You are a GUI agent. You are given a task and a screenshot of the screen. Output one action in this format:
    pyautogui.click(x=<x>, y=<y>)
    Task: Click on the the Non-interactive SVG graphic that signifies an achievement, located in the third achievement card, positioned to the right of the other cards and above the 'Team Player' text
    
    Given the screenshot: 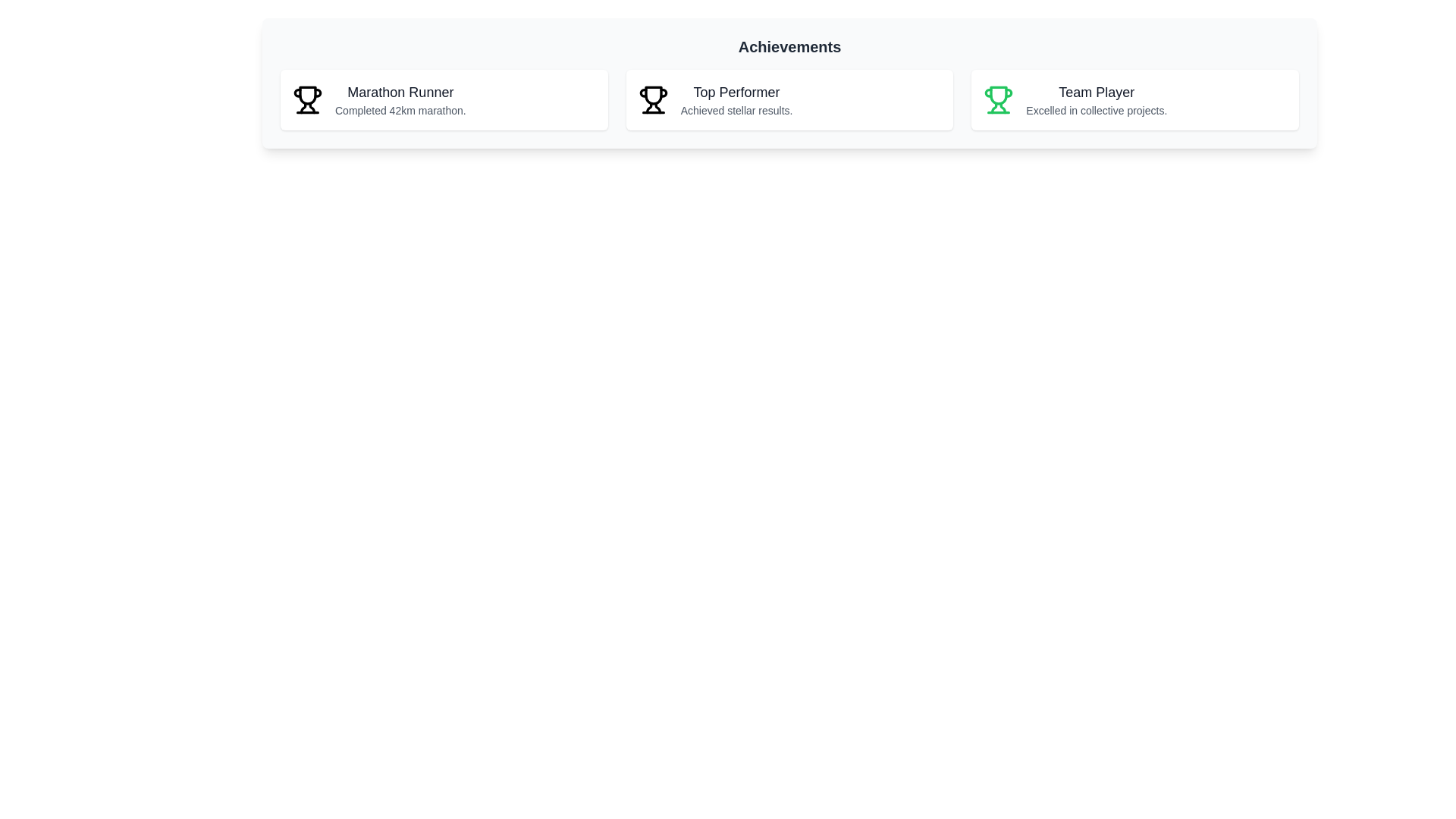 What is the action you would take?
    pyautogui.click(x=999, y=96)
    